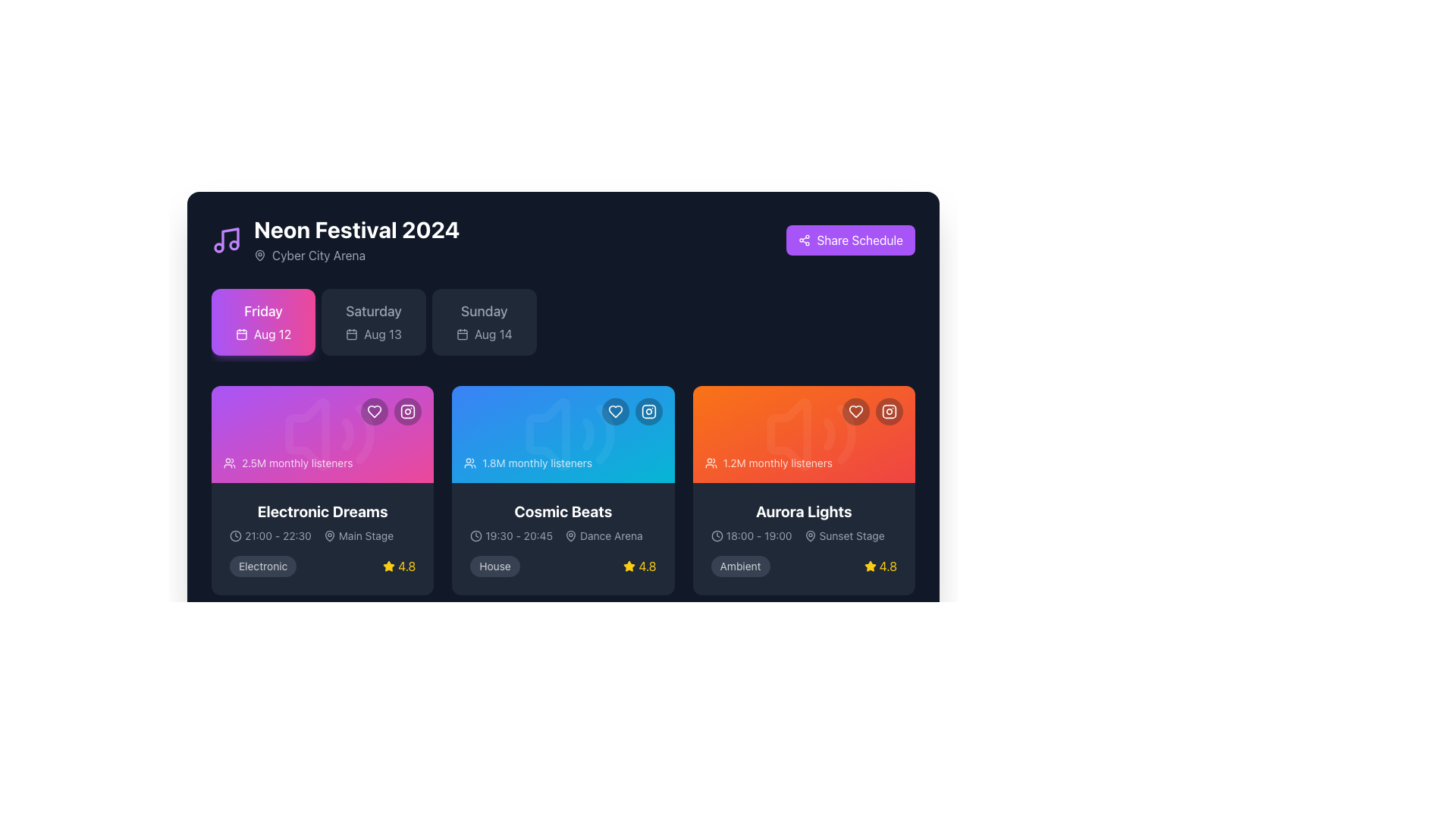  I want to click on the Background element within the SVG that is a rectangular shape with rounded corners, situated under the 'Sunday' button in a dark-themed calendar interface, so click(461, 334).